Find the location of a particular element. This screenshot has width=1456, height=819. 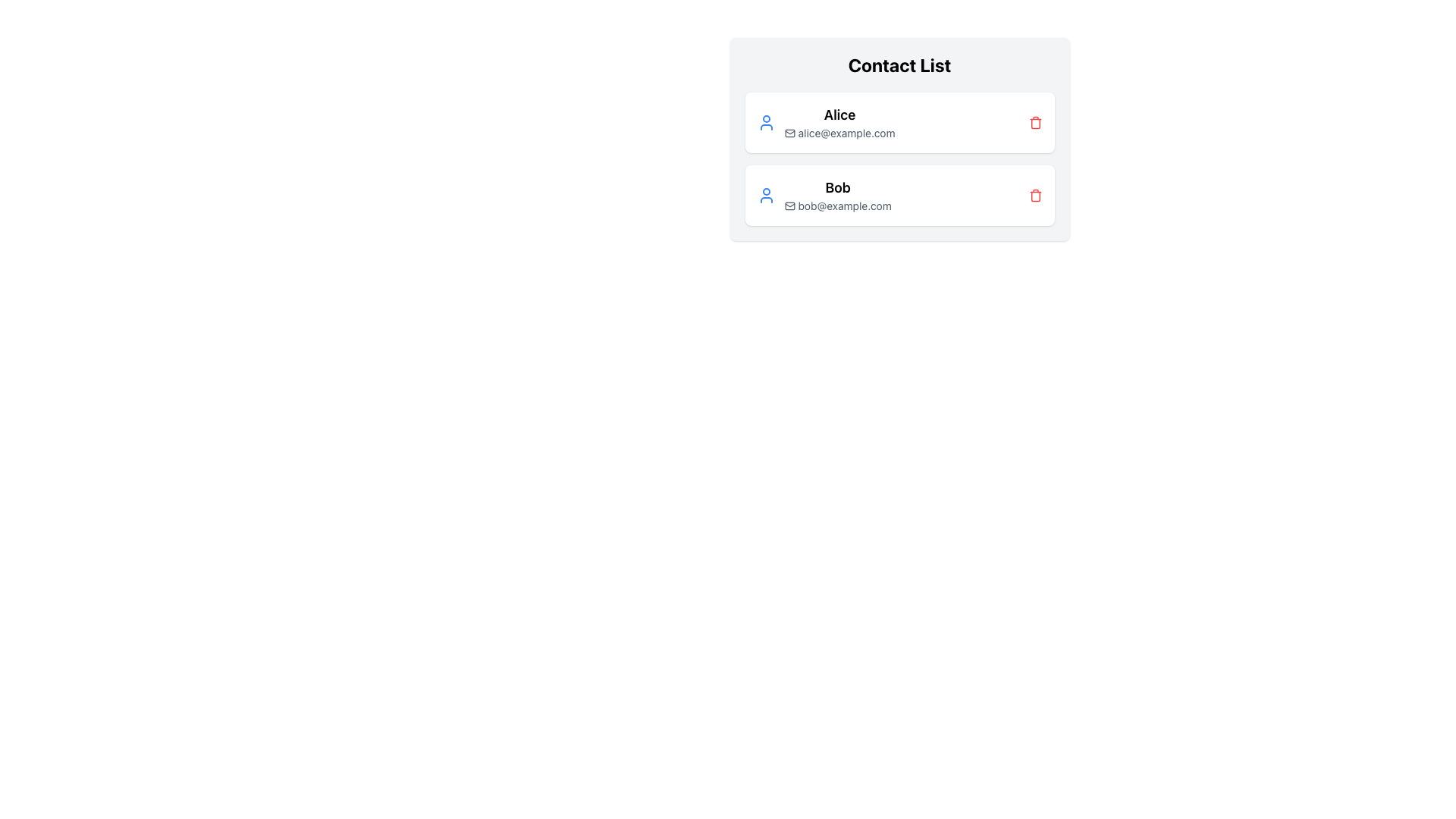

the second contact item in the contact list, which is located below the 'Alice' contact item is located at coordinates (899, 195).